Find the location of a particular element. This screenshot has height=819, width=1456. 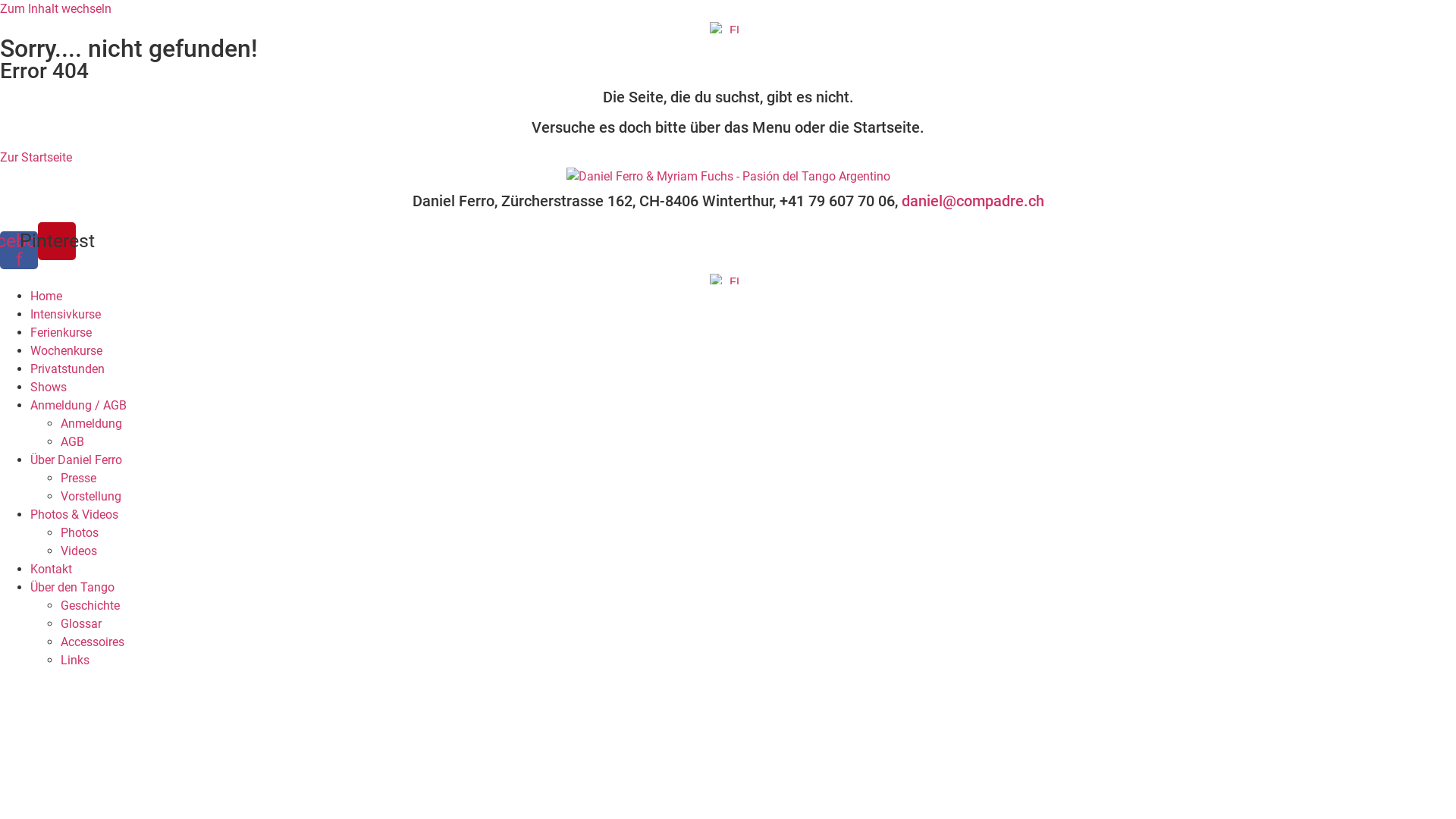

'Zur Startseite' is located at coordinates (36, 157).